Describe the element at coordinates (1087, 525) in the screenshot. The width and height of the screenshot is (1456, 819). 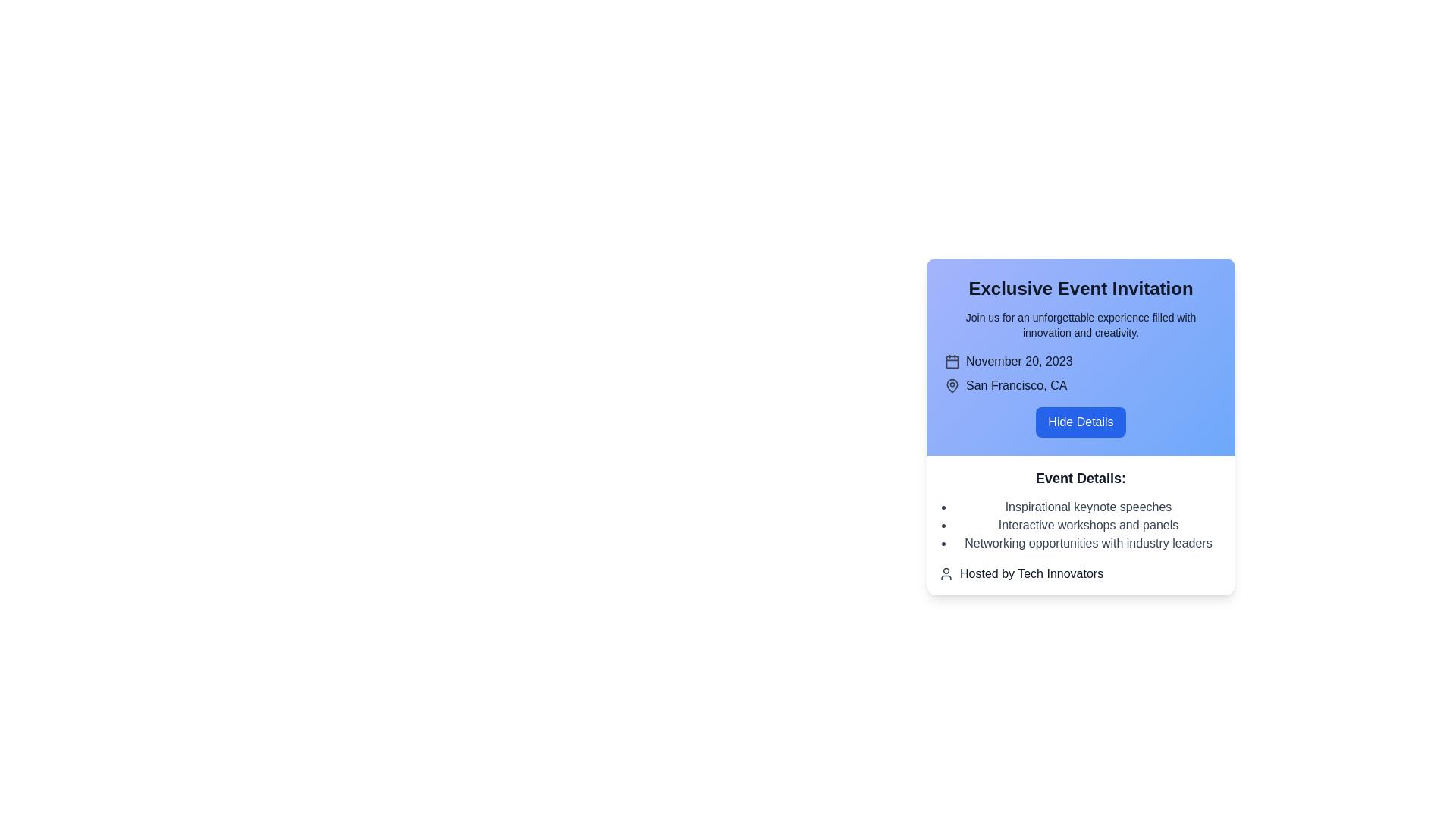
I see `text of the second item in the bulleted list displayed in gray text color on a white background, located below the 'Event Details:' header` at that location.